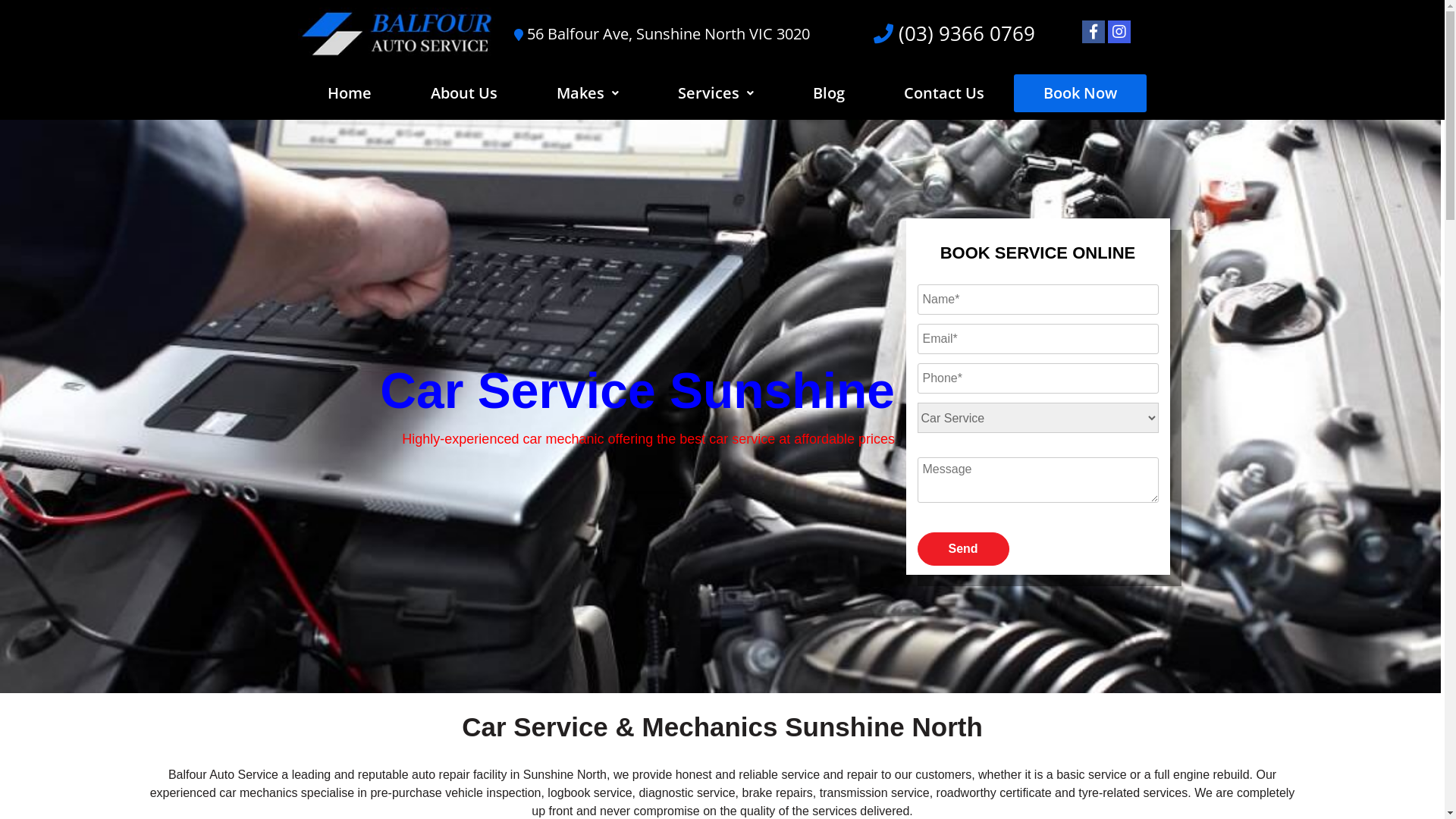 This screenshot has height=819, width=1456. I want to click on 'About Us', so click(463, 93).